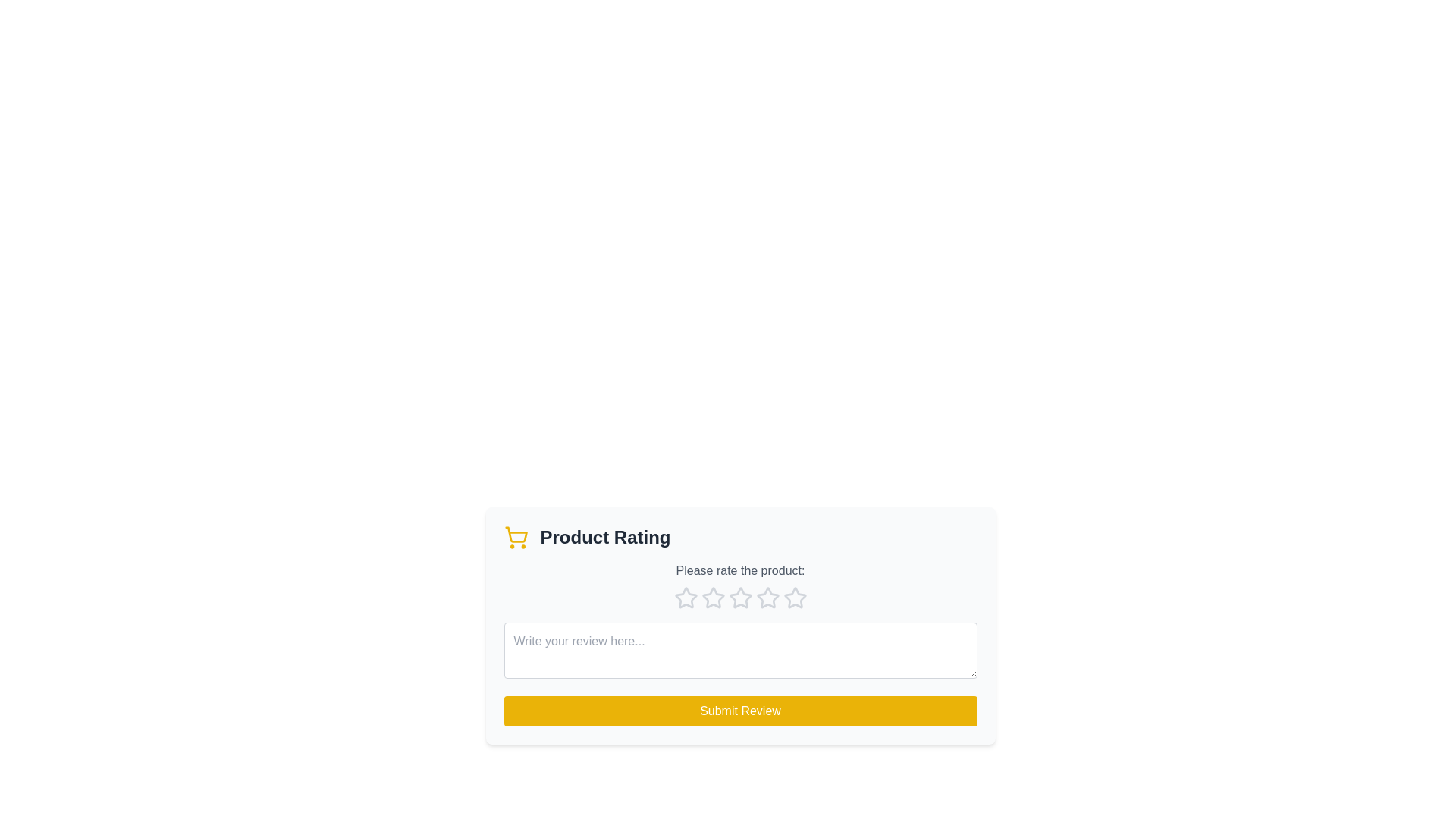 The height and width of the screenshot is (819, 1456). Describe the element at coordinates (685, 598) in the screenshot. I see `the first star icon in the product rating system` at that location.